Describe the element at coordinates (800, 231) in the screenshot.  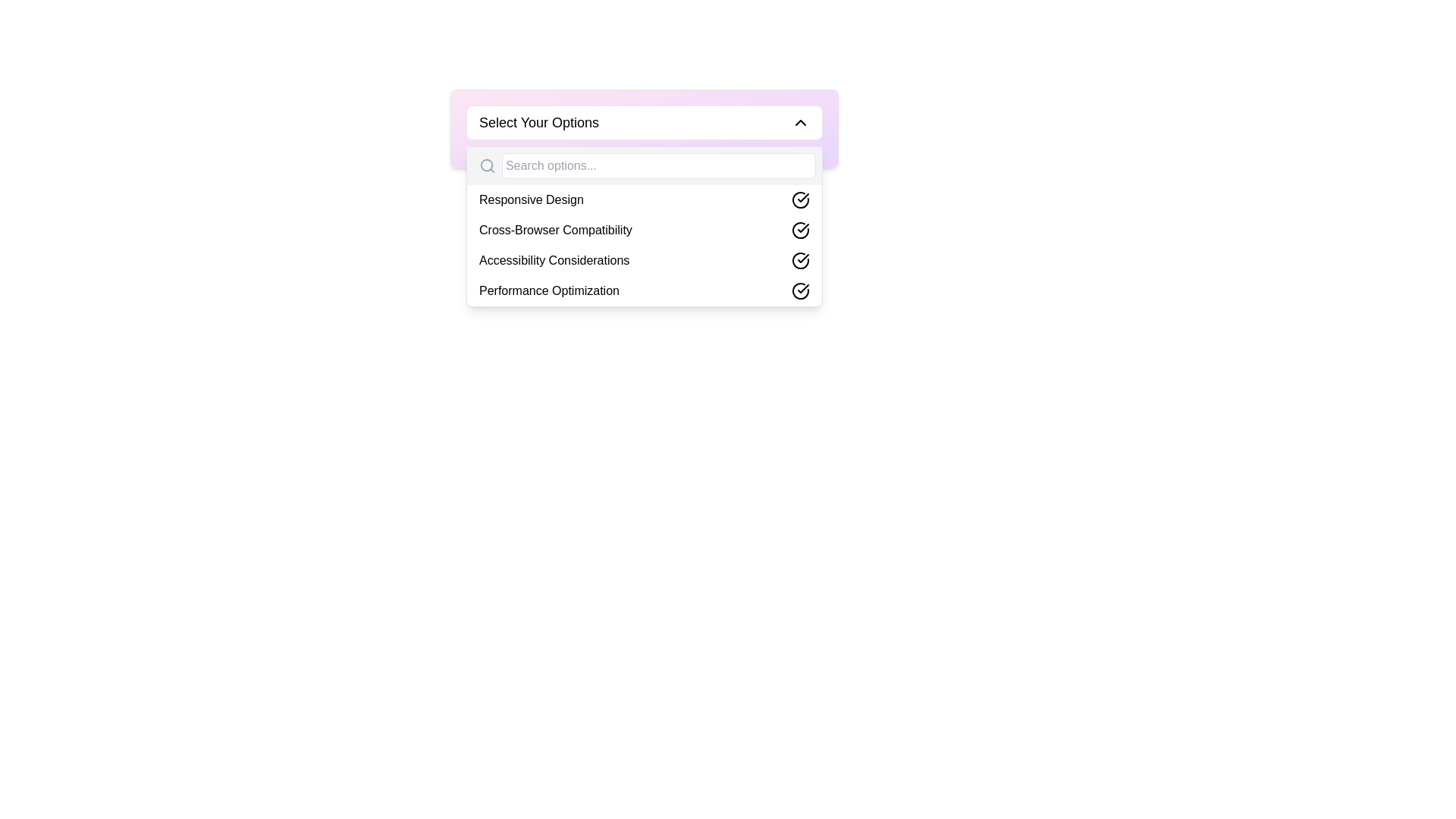
I see `the icon indicating the selected state of the 'Cross-Browser Compatibility' list option` at that location.